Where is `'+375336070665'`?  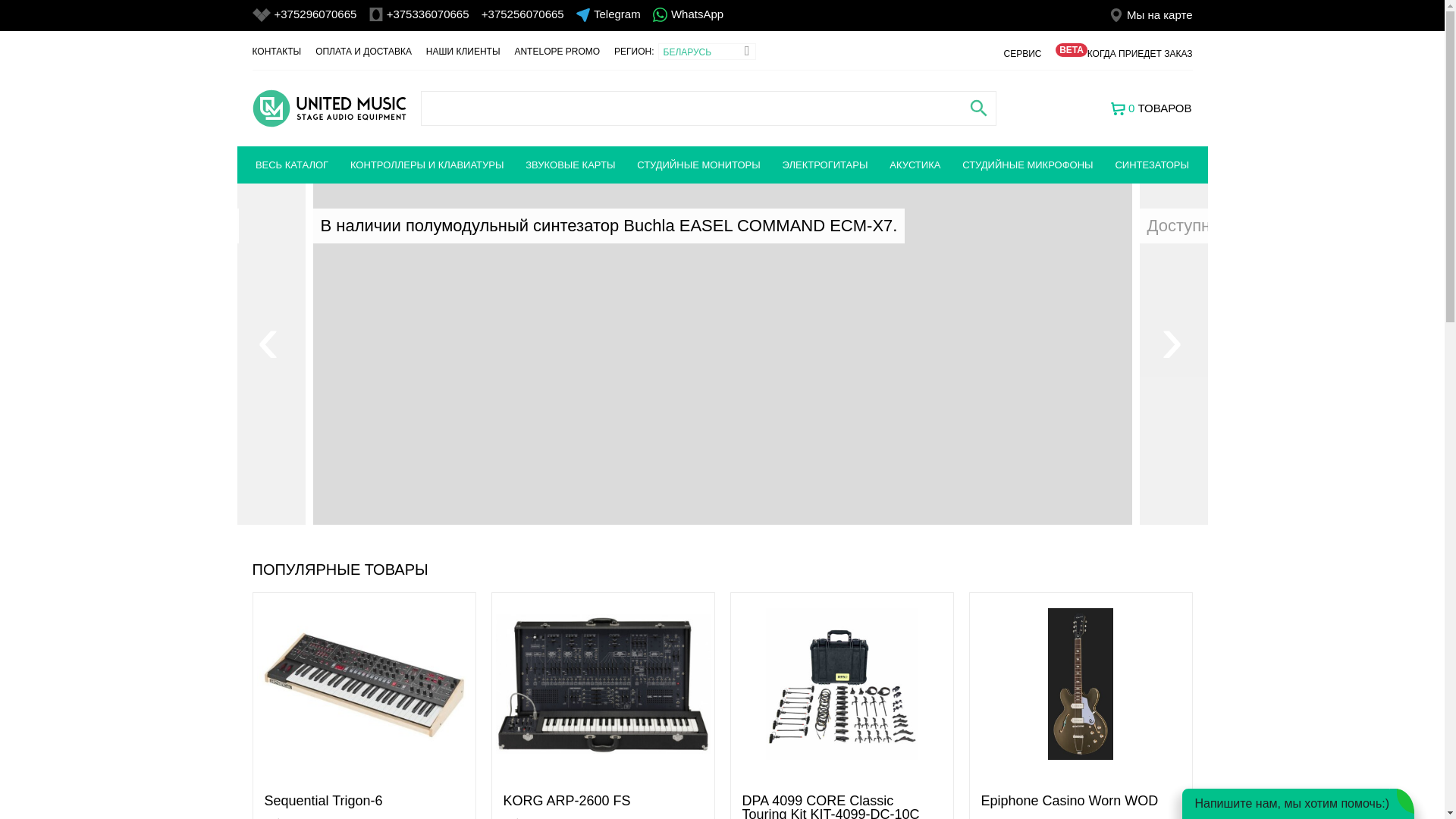 '+375336070665' is located at coordinates (427, 14).